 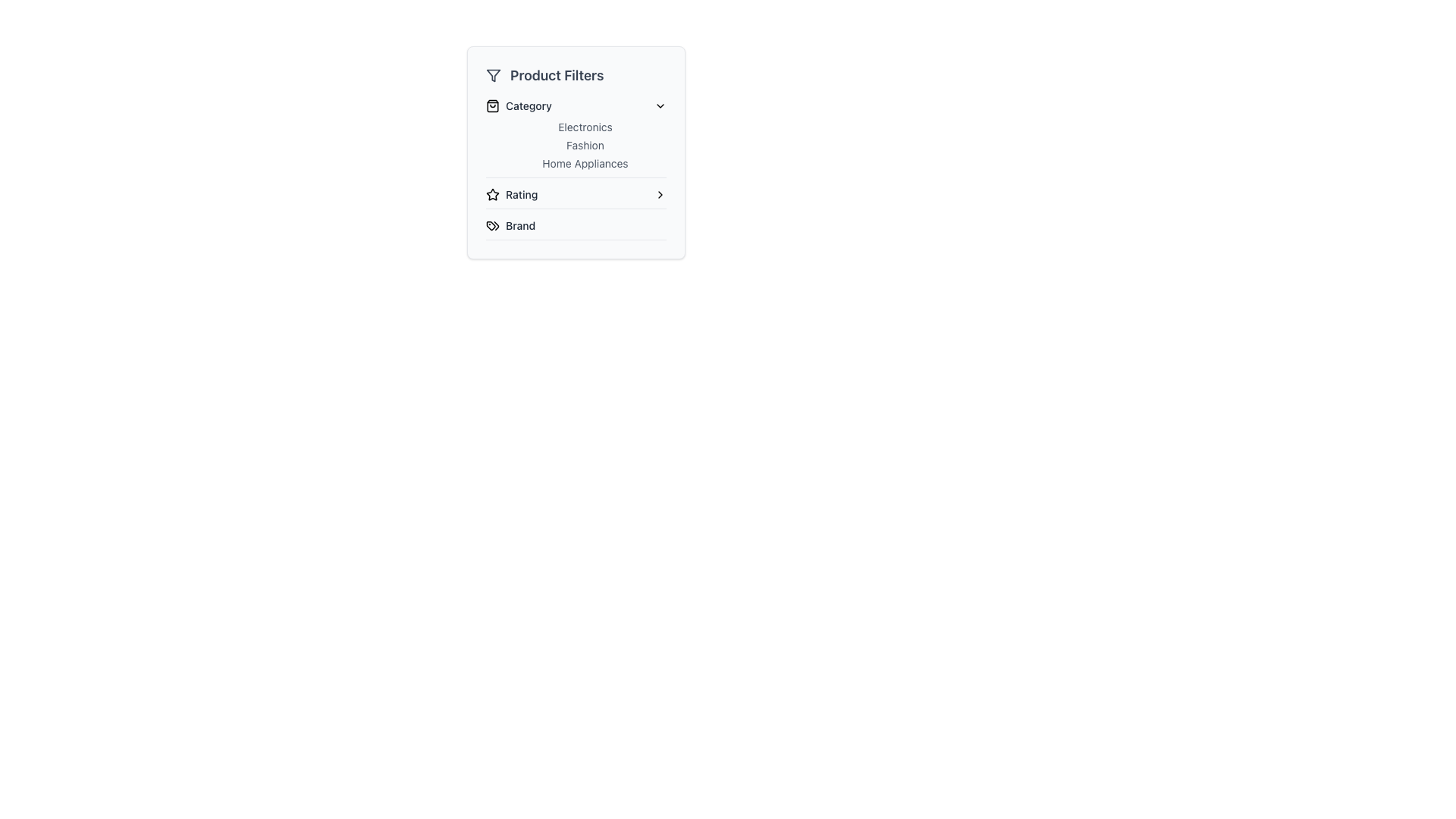 What do you see at coordinates (575, 138) in the screenshot?
I see `the Dropdown element located in the top portion of the 'Product Filters' section` at bounding box center [575, 138].